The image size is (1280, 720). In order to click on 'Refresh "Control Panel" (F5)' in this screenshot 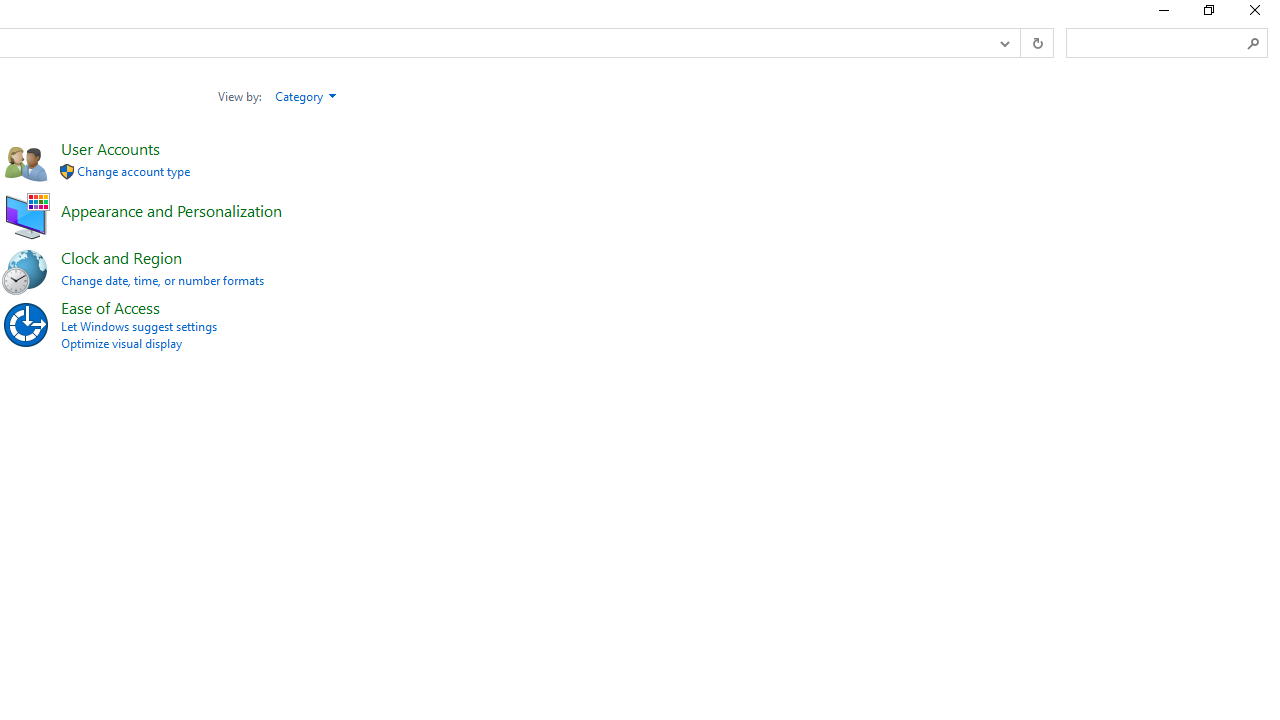, I will do `click(1036, 43)`.